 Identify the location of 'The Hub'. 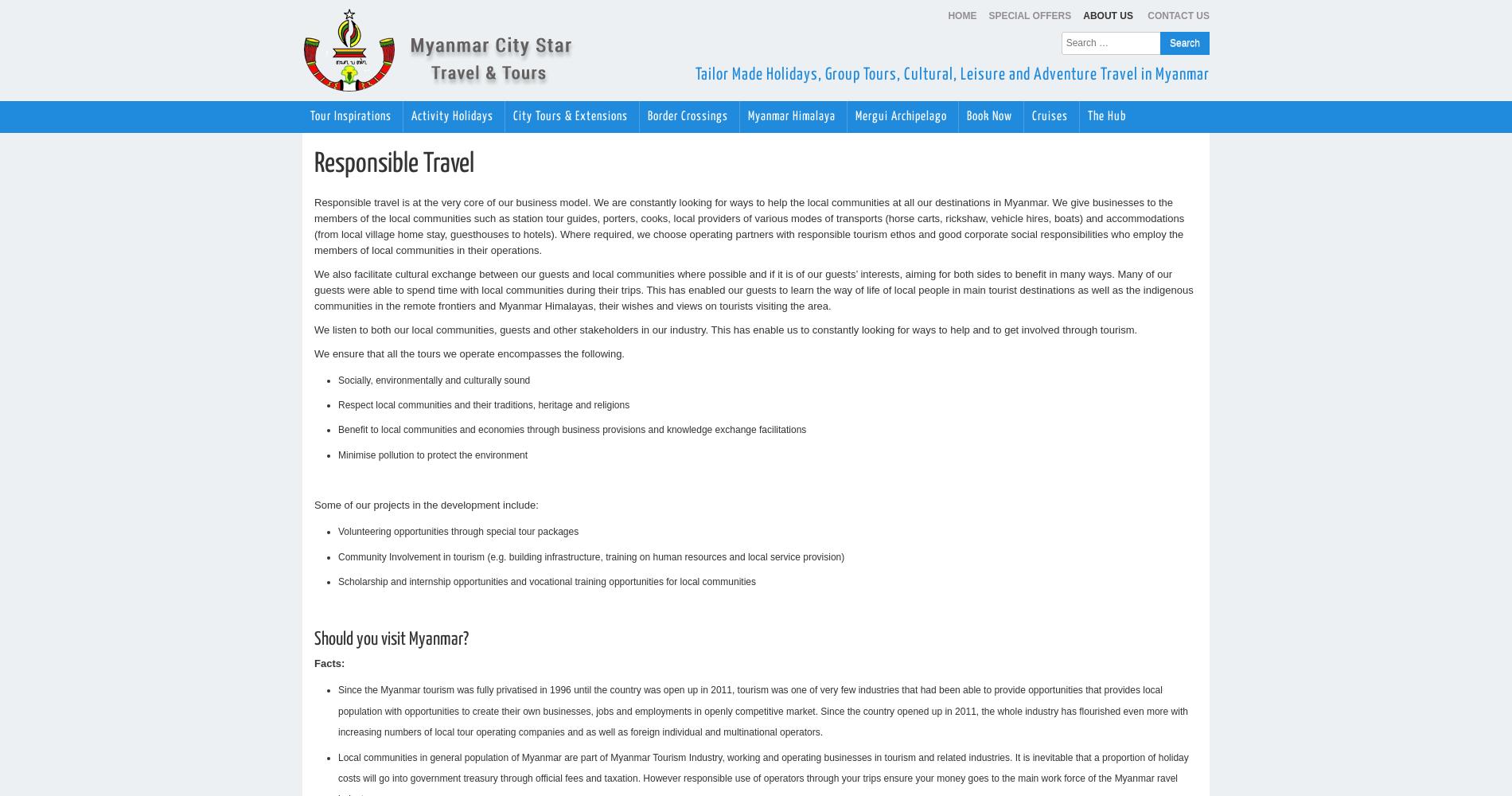
(1087, 116).